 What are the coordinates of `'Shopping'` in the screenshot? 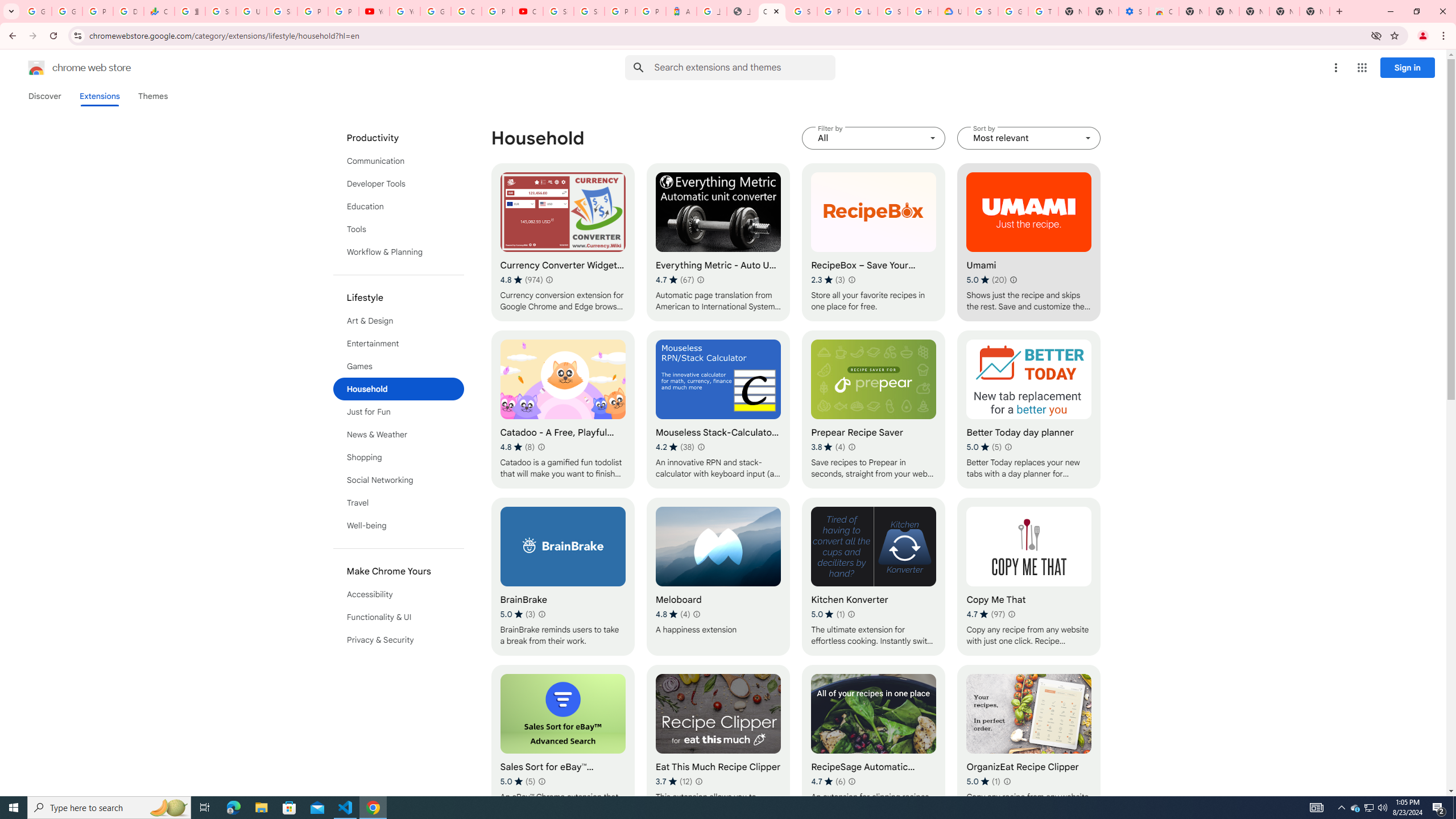 It's located at (399, 457).